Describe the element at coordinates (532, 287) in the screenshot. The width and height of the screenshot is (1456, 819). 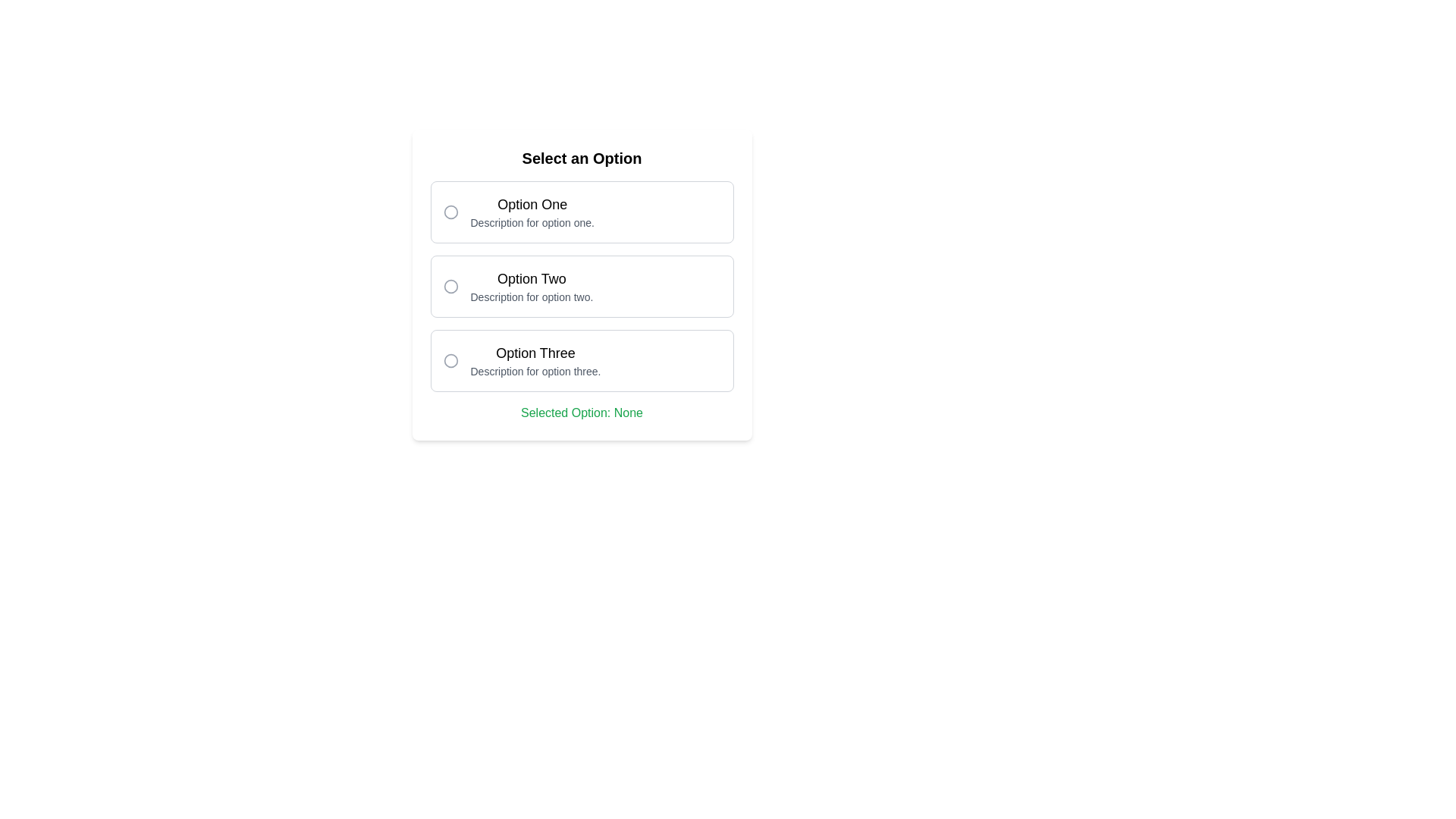
I see `the 'Option Two' text label, which is the second choice in a vertical list of options, displaying 'Option Two' in bold followed by its description` at that location.